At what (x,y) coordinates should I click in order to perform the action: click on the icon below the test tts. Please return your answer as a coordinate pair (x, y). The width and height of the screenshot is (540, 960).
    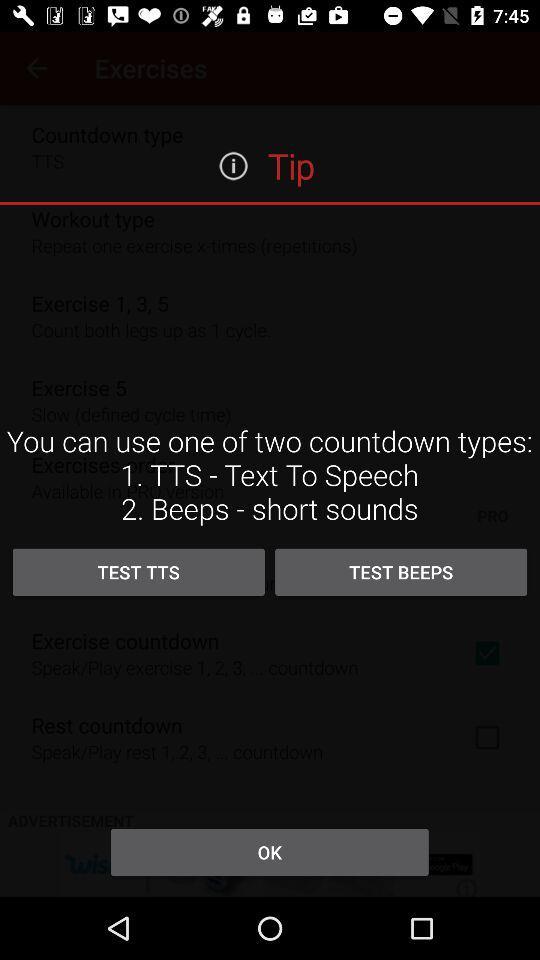
    Looking at the image, I should click on (269, 851).